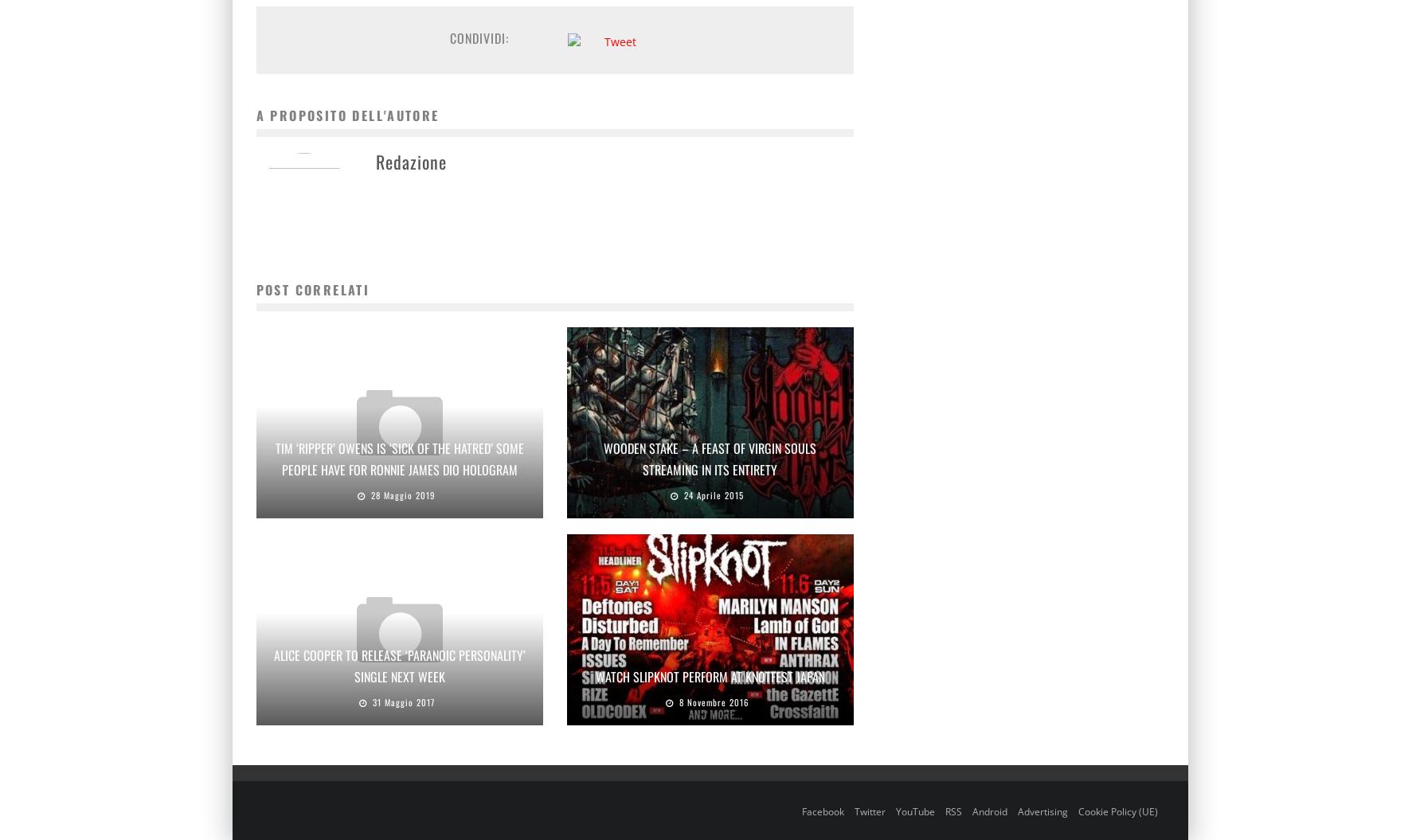 Image resolution: width=1420 pixels, height=840 pixels. Describe the element at coordinates (479, 37) in the screenshot. I see `'Condividi:'` at that location.